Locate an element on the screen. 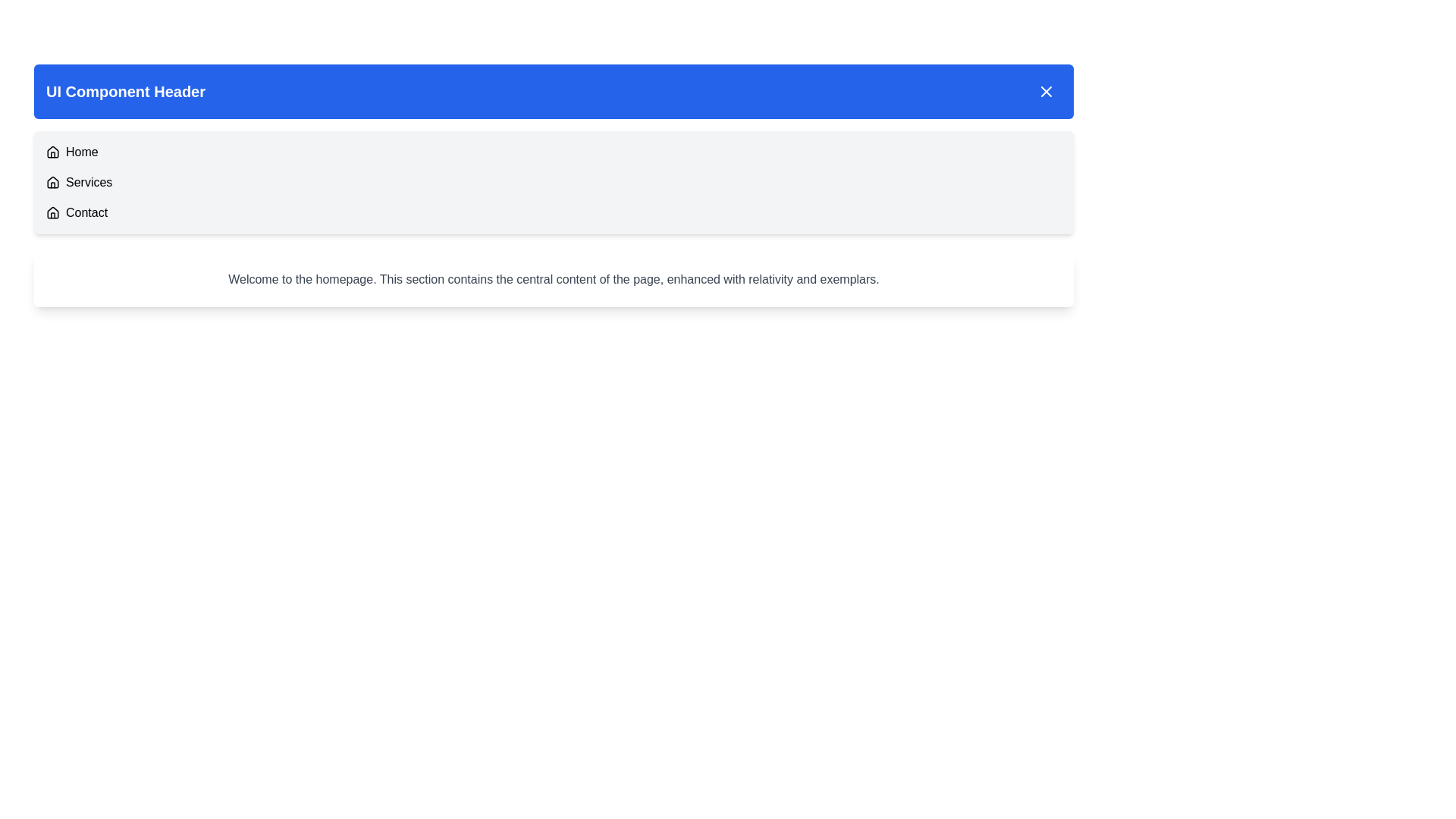 This screenshot has width=1456, height=819. the 'Contact' menu entry, which is the third item in the vertical navigation list is located at coordinates (553, 213).